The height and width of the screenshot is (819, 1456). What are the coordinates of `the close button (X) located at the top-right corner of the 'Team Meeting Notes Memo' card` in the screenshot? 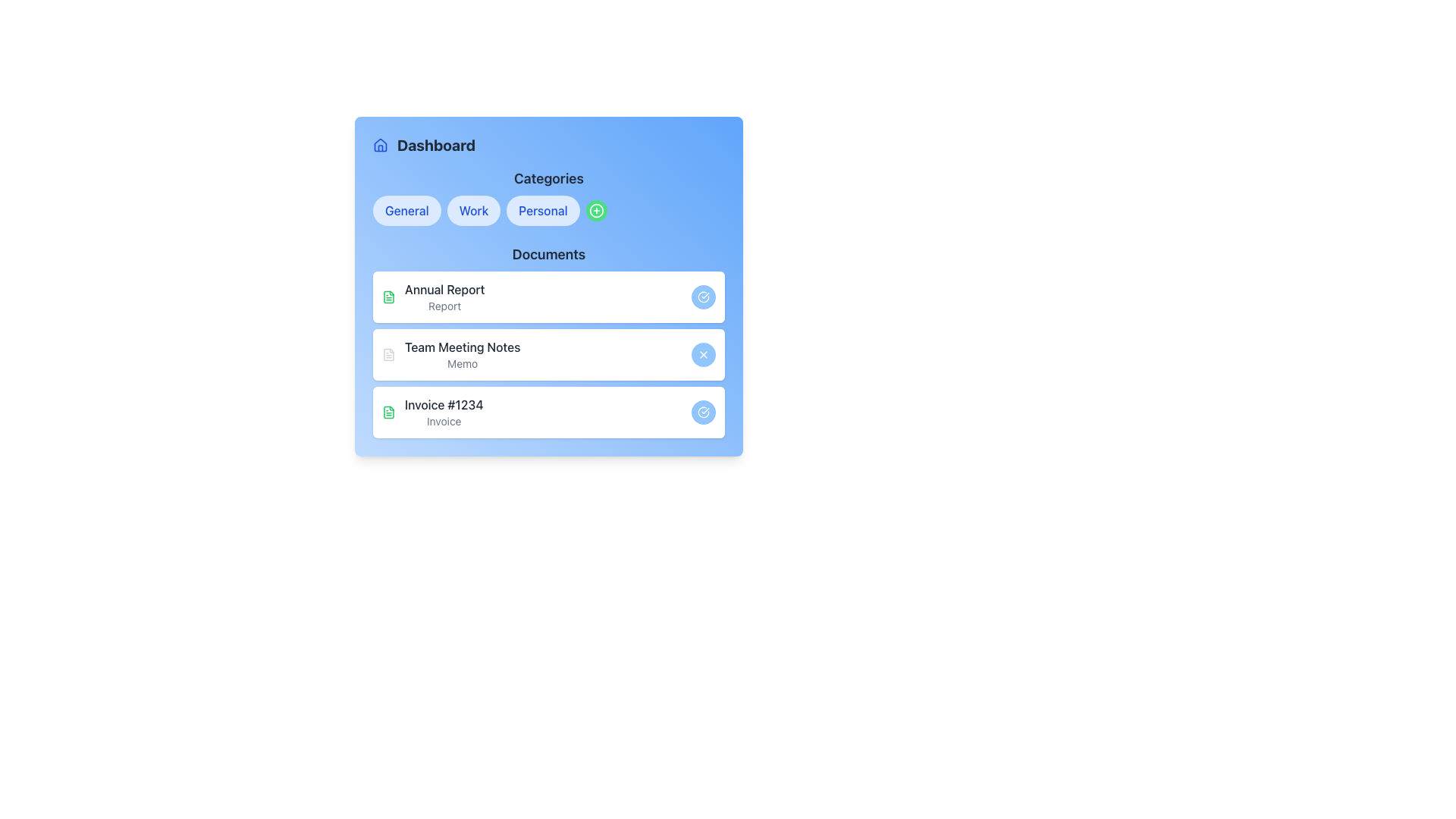 It's located at (702, 354).